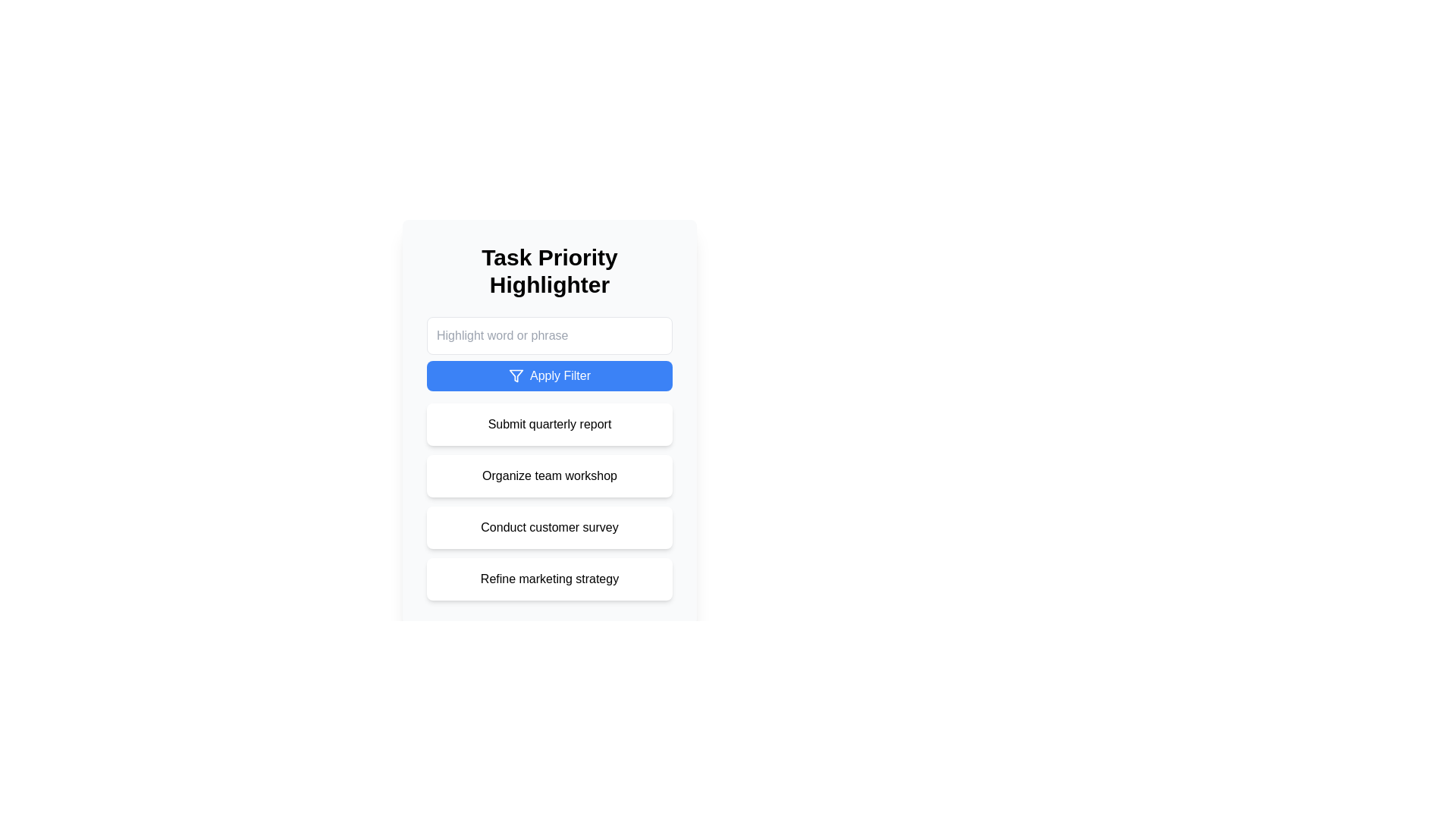  What do you see at coordinates (548, 375) in the screenshot?
I see `the filter button located below the text input field with the placeholder 'Highlight word or phrase' to observe its hover state` at bounding box center [548, 375].